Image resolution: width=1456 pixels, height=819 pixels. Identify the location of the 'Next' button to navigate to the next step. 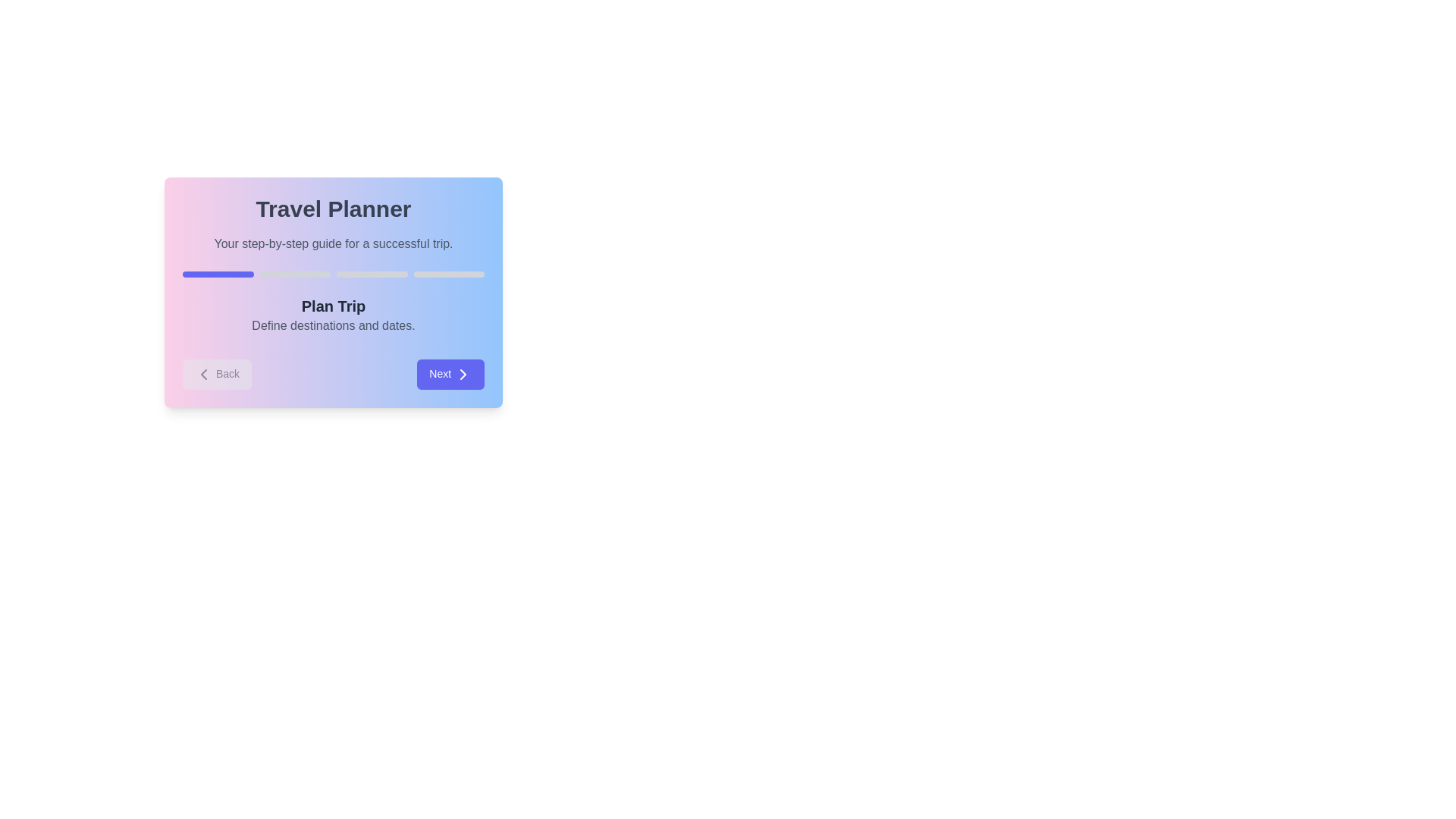
(450, 374).